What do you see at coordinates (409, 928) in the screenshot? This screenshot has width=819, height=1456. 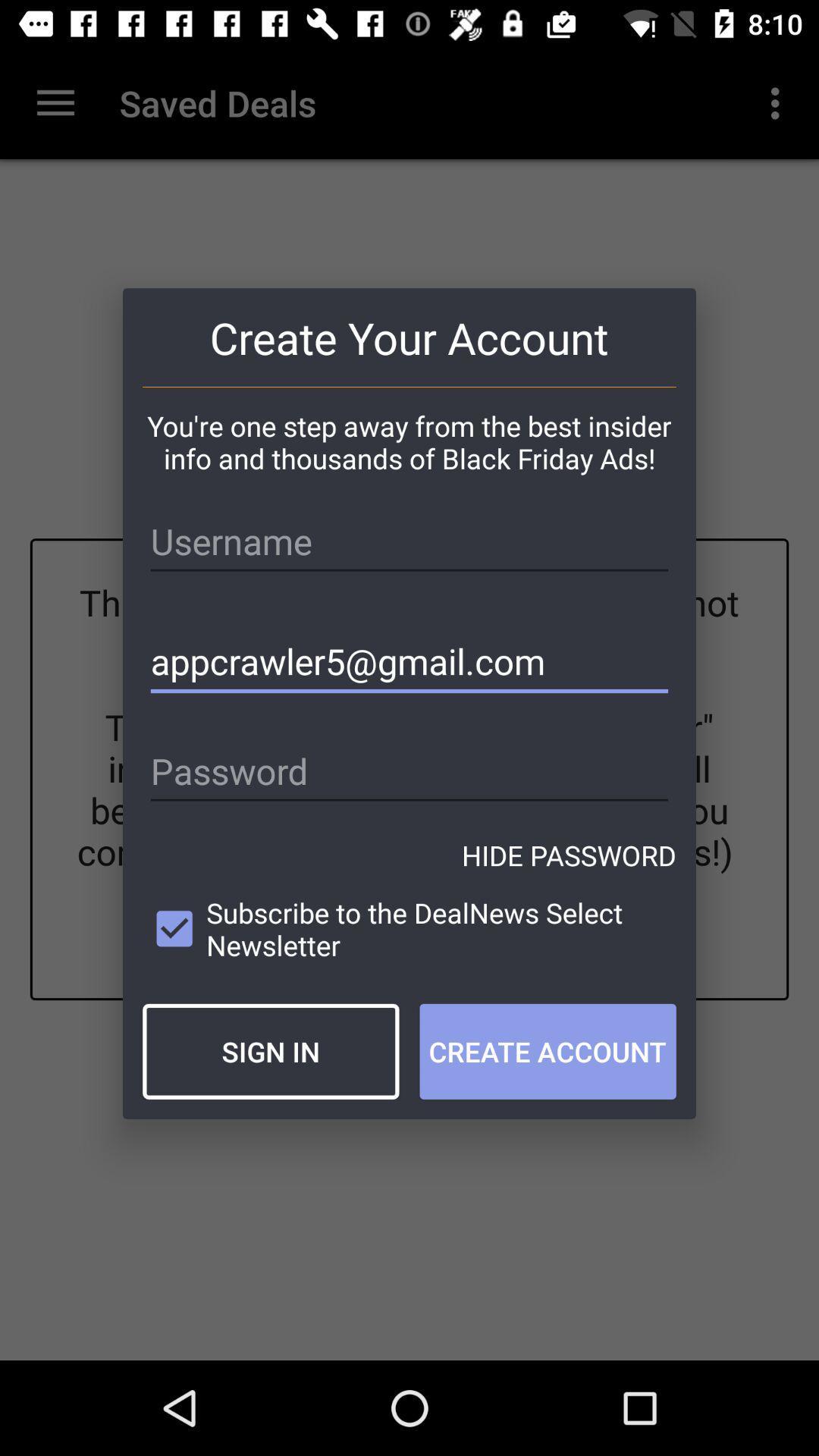 I see `the icon below the hide password item` at bounding box center [409, 928].